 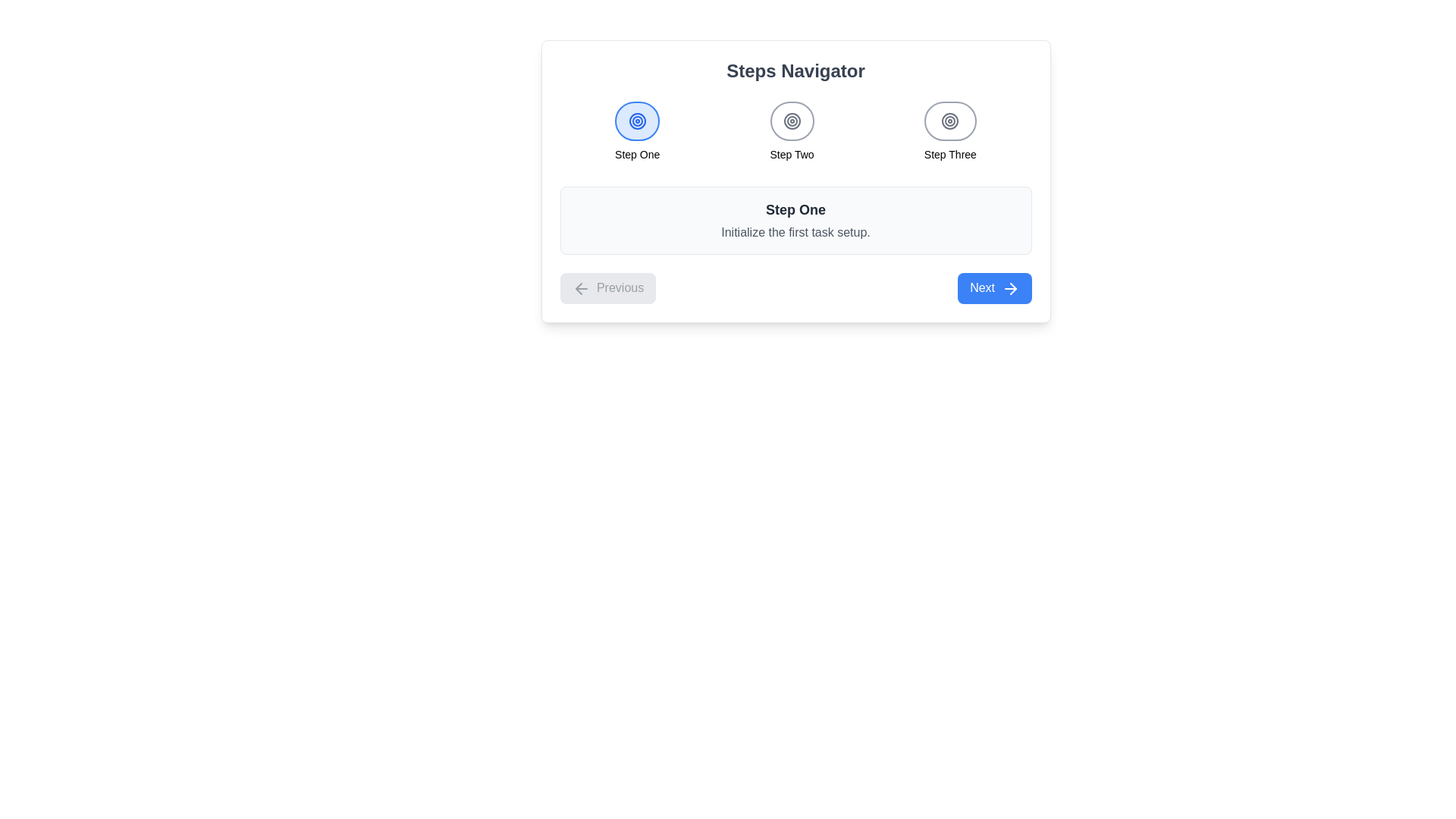 What do you see at coordinates (795, 210) in the screenshot?
I see `the title text element located in the header of the content card, which indicates the first step in a sequence` at bounding box center [795, 210].